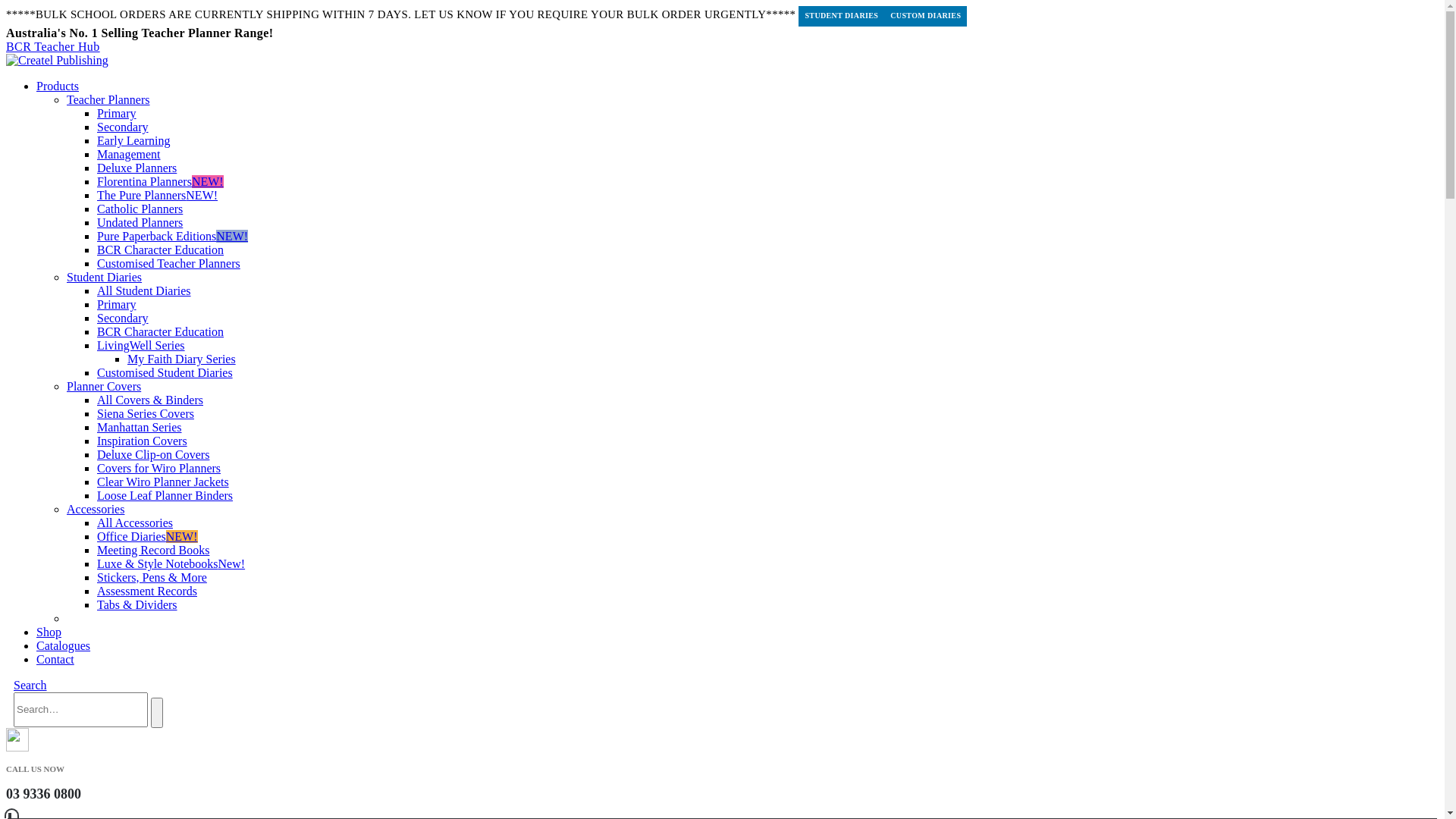 This screenshot has width=1456, height=819. What do you see at coordinates (128, 154) in the screenshot?
I see `'Management'` at bounding box center [128, 154].